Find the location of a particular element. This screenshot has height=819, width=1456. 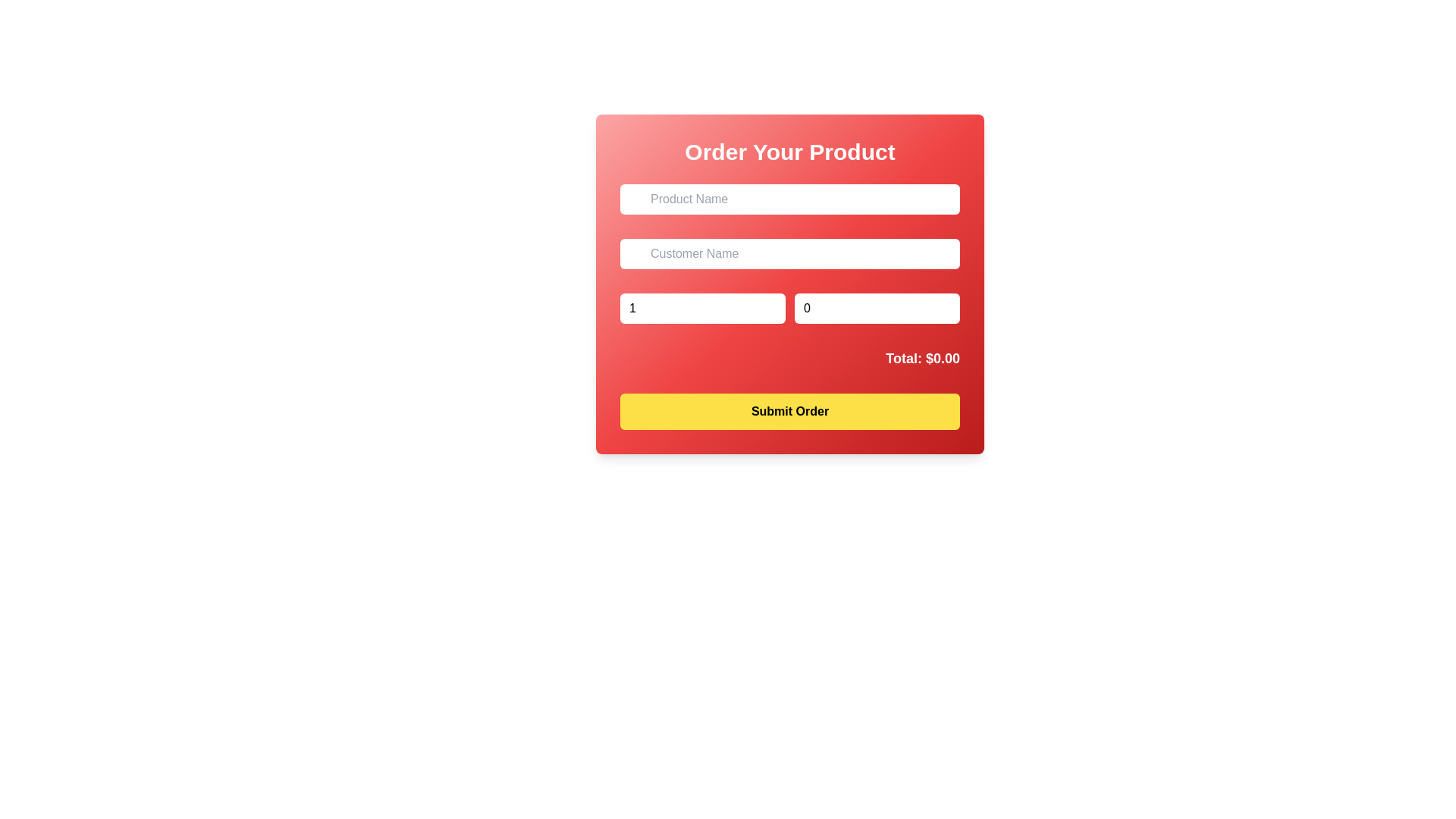

the right number input field labeled 'Price per Unit' to focus and change the price per unit is located at coordinates (789, 298).